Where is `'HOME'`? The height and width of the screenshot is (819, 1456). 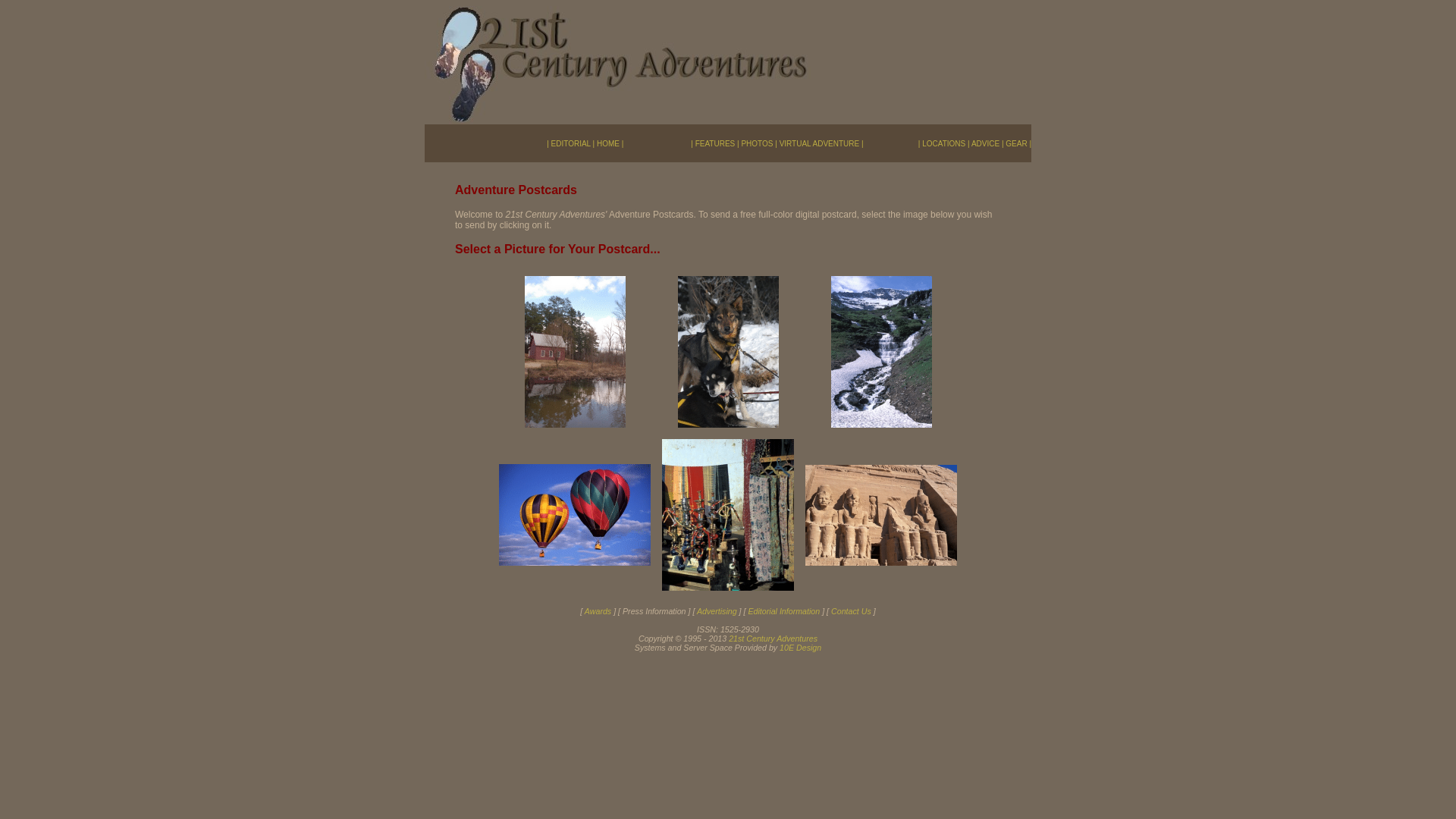
'HOME' is located at coordinates (607, 143).